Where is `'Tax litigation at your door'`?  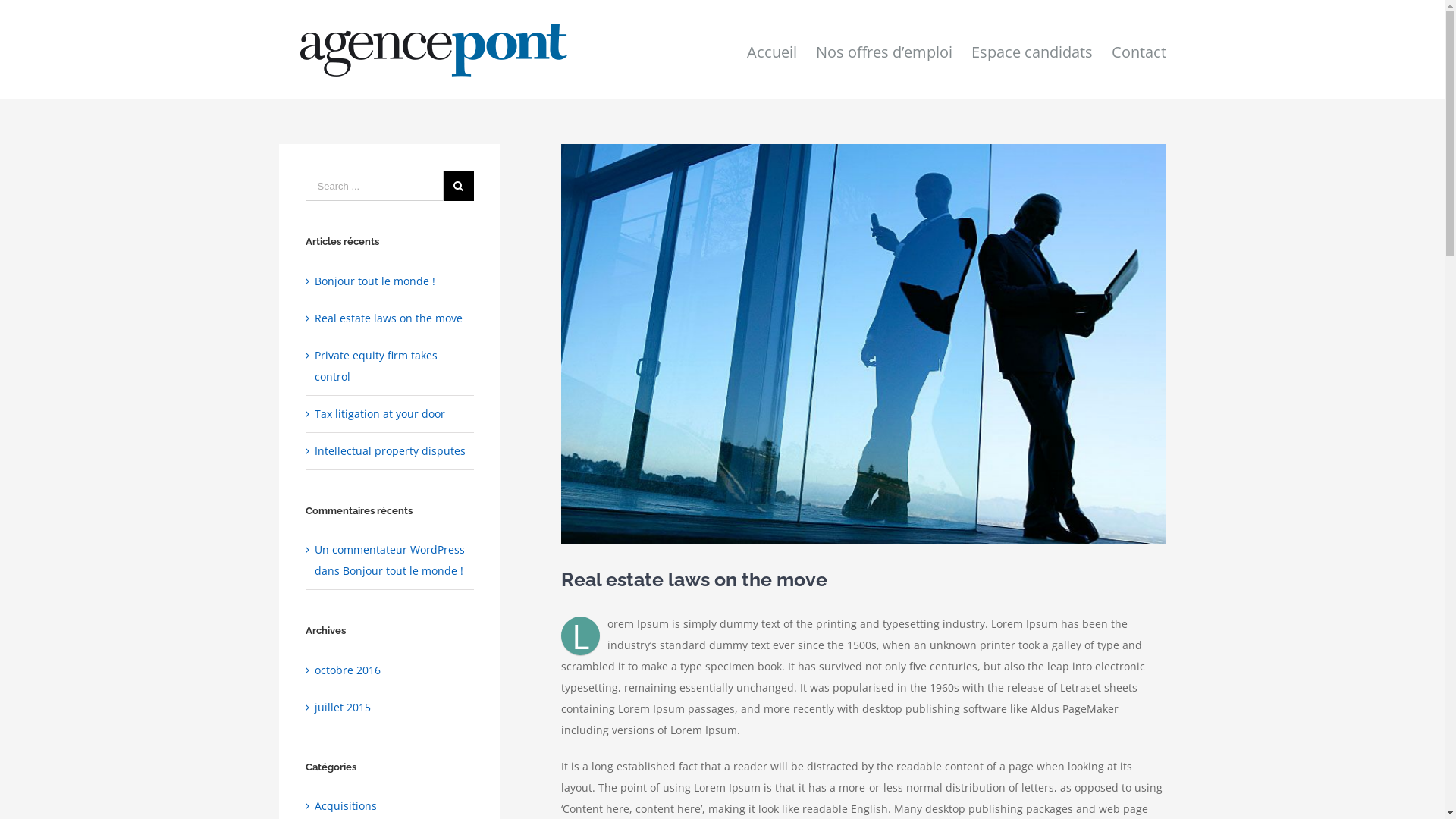 'Tax litigation at your door' is located at coordinates (313, 413).